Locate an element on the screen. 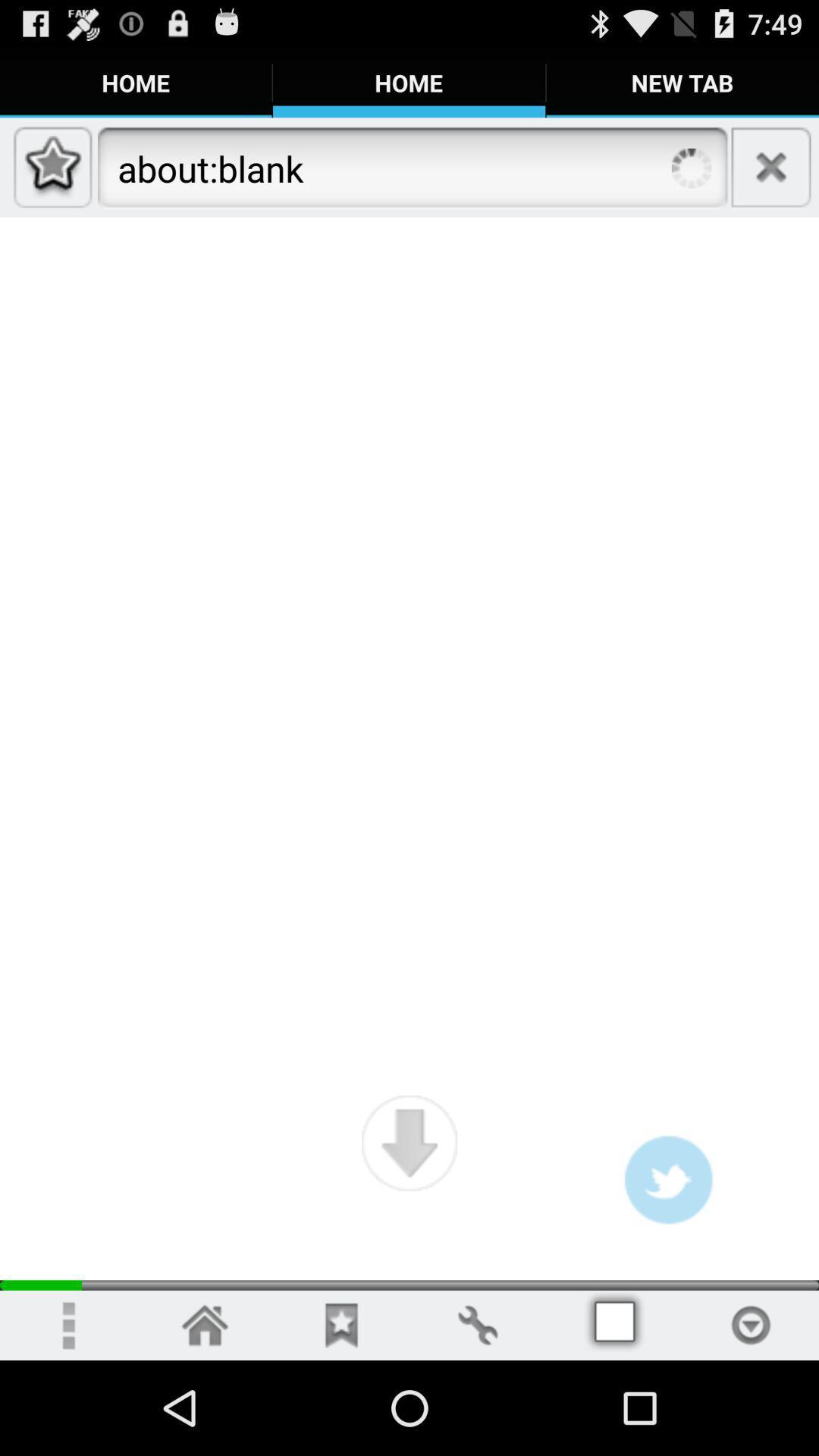  the more icon is located at coordinates (67, 1417).